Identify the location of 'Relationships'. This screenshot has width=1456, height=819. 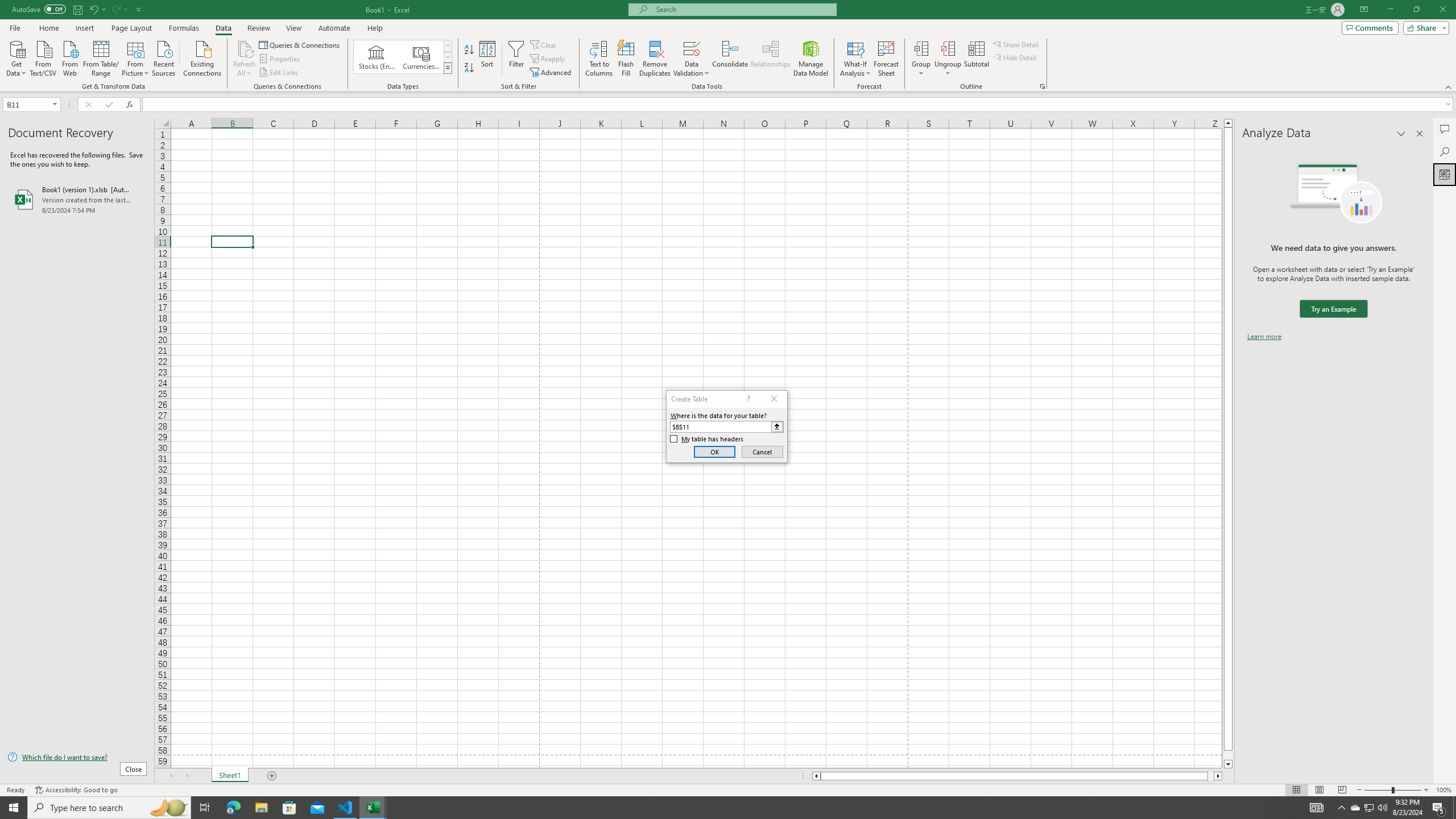
(770, 59).